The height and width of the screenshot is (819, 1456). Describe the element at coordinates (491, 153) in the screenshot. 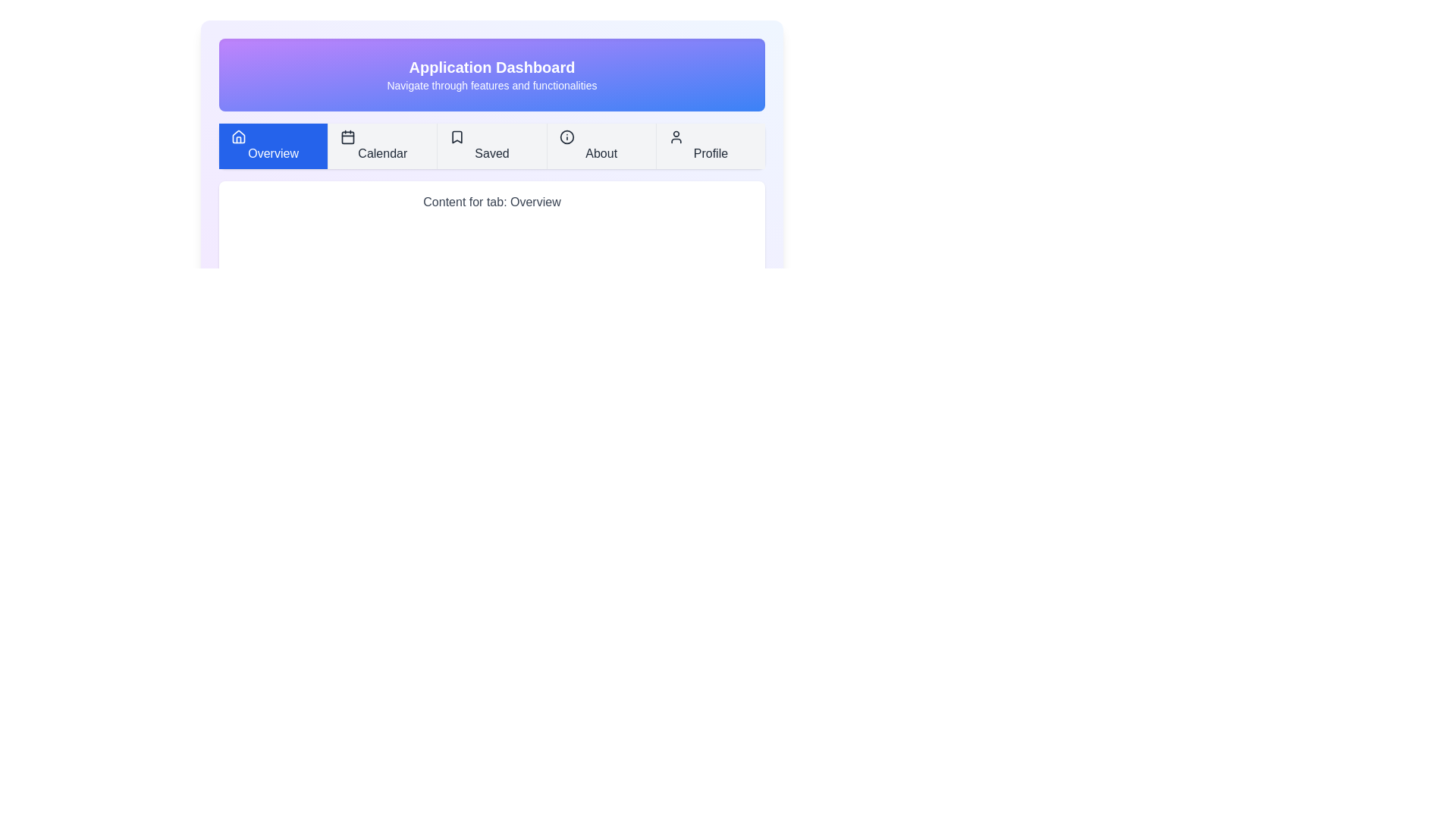

I see `the Text label indicating the context for the saved items tab, which is the third item from the left in the navigation bar` at that location.